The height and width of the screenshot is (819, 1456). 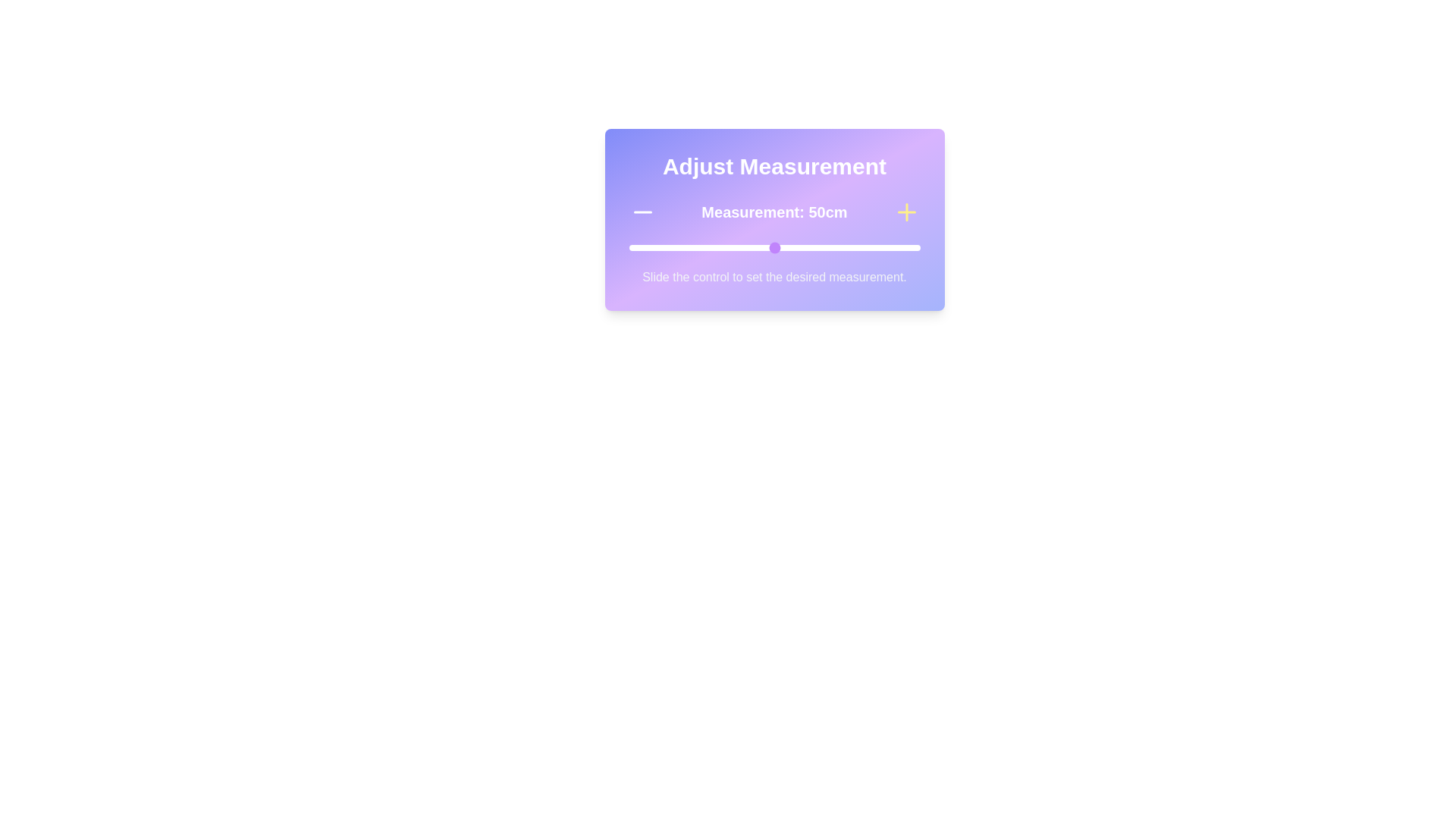 What do you see at coordinates (853, 247) in the screenshot?
I see `the measurement to 77 cm by sliding the control` at bounding box center [853, 247].